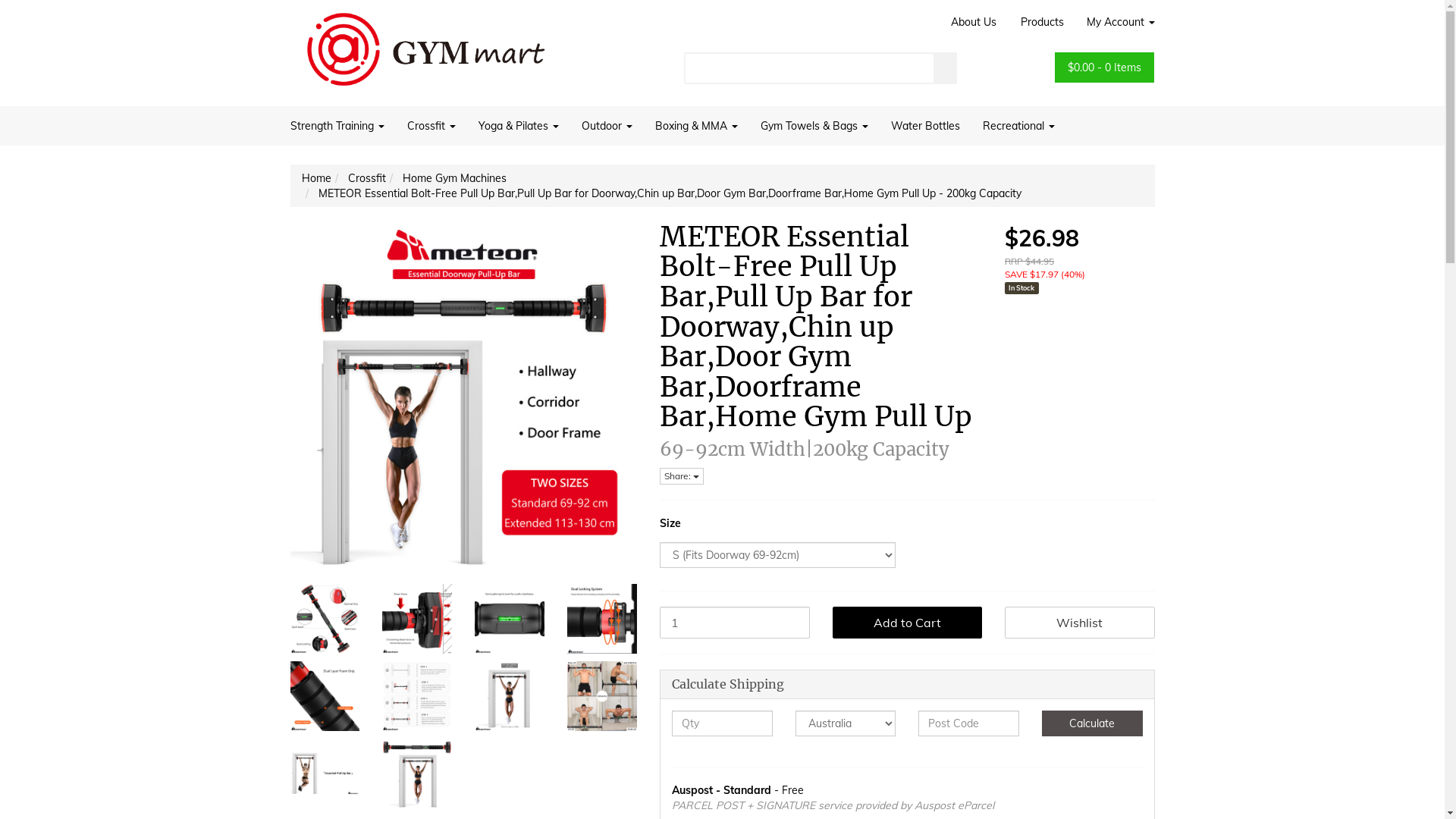 Image resolution: width=1456 pixels, height=819 pixels. Describe the element at coordinates (1092, 722) in the screenshot. I see `'Calculate'` at that location.